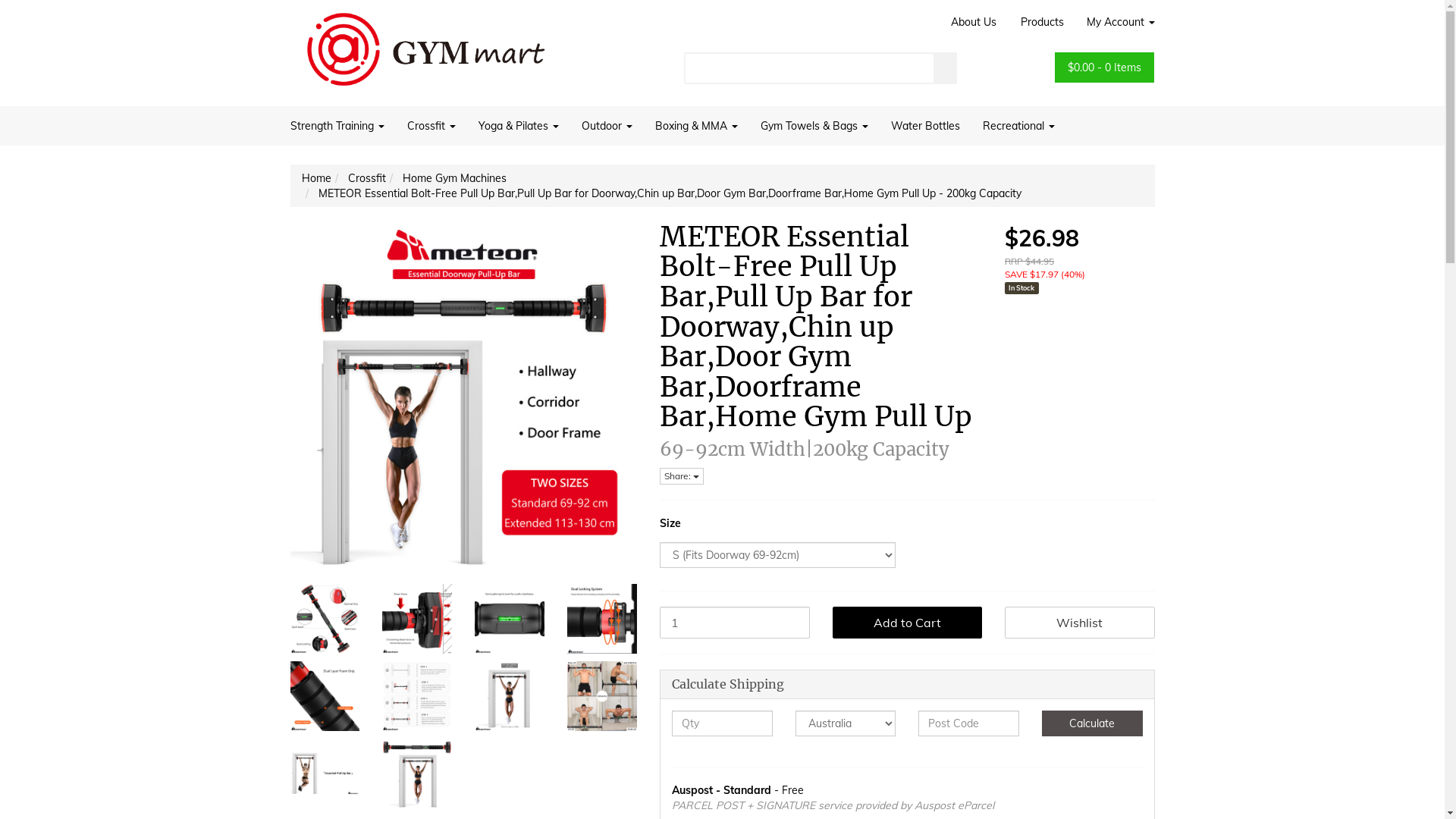 Image resolution: width=1456 pixels, height=819 pixels. Describe the element at coordinates (1092, 722) in the screenshot. I see `'Calculate'` at that location.